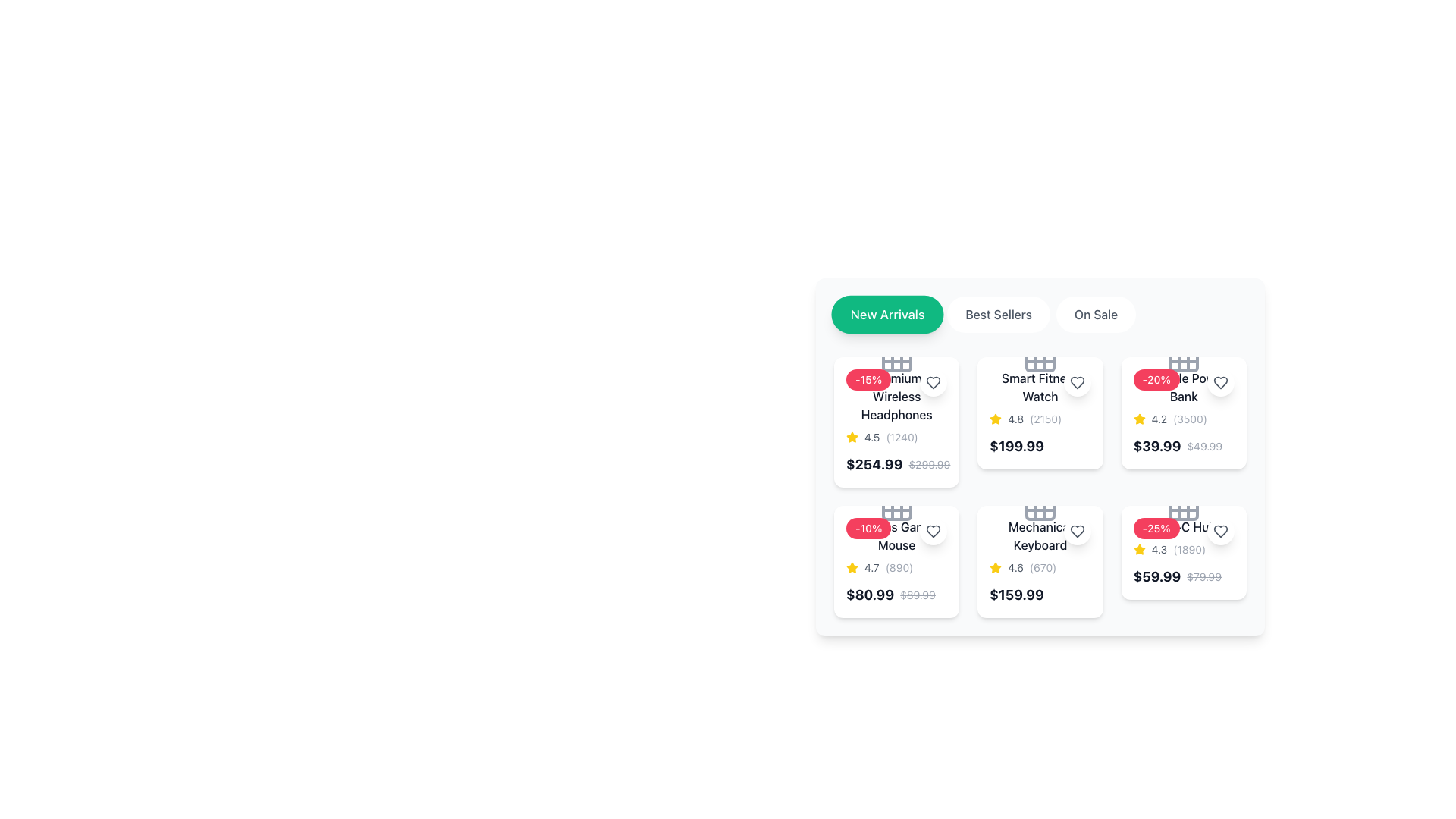 The height and width of the screenshot is (819, 1456). Describe the element at coordinates (1189, 419) in the screenshot. I see `the gray text label displaying '(3500)' that indicates a count or rating, located within the rating section of the 'Apple Power Bank' card, following the yellow star icon and the '4.2' value` at that location.